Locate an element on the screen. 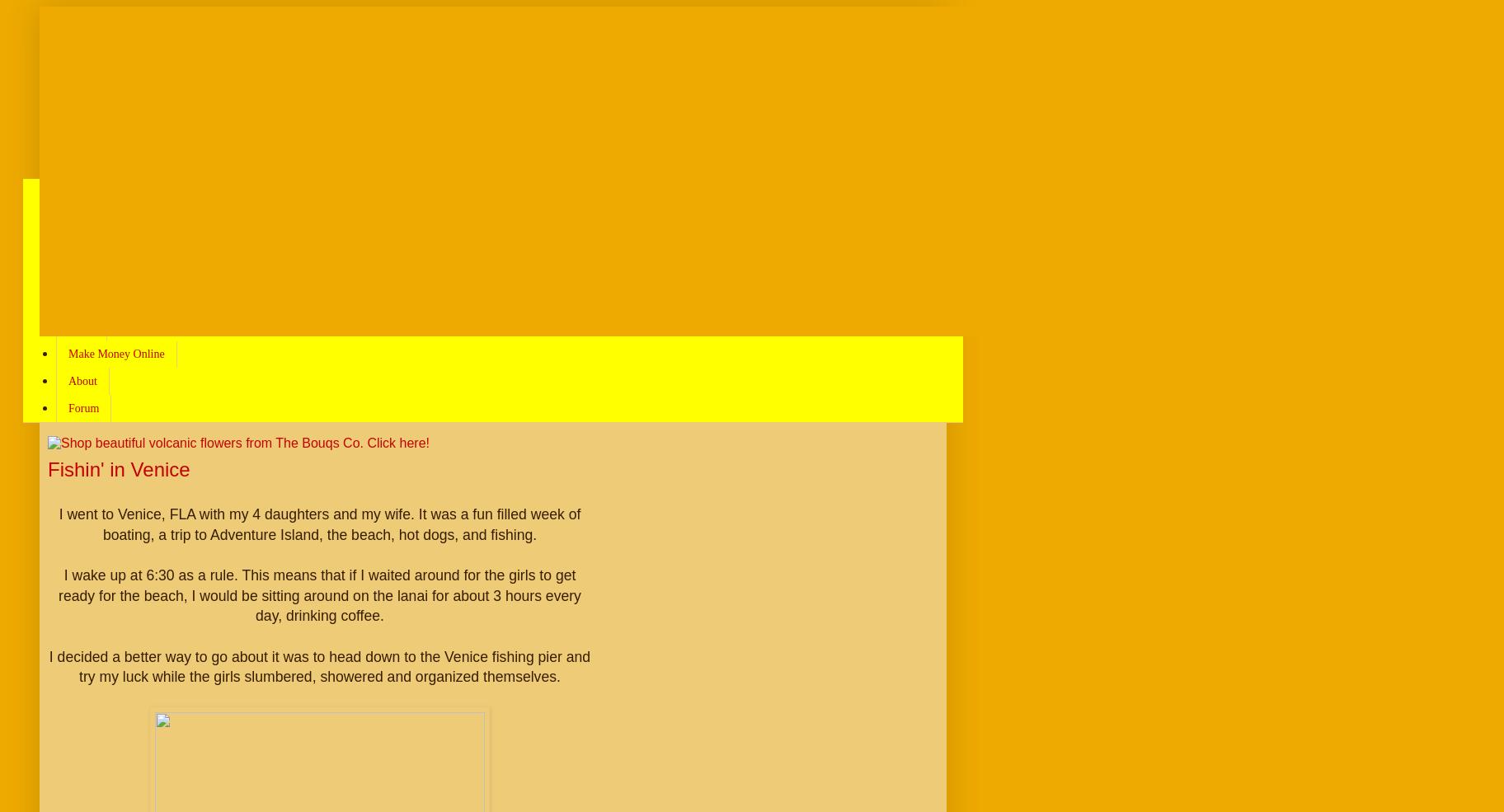 The width and height of the screenshot is (1504, 812). 'I went to Venice, FLA with my 4 daughters and my wife. It was a fun filled week of boating, a trip to Adventure Island, the beach, hot dogs, and fishing.' is located at coordinates (57, 523).